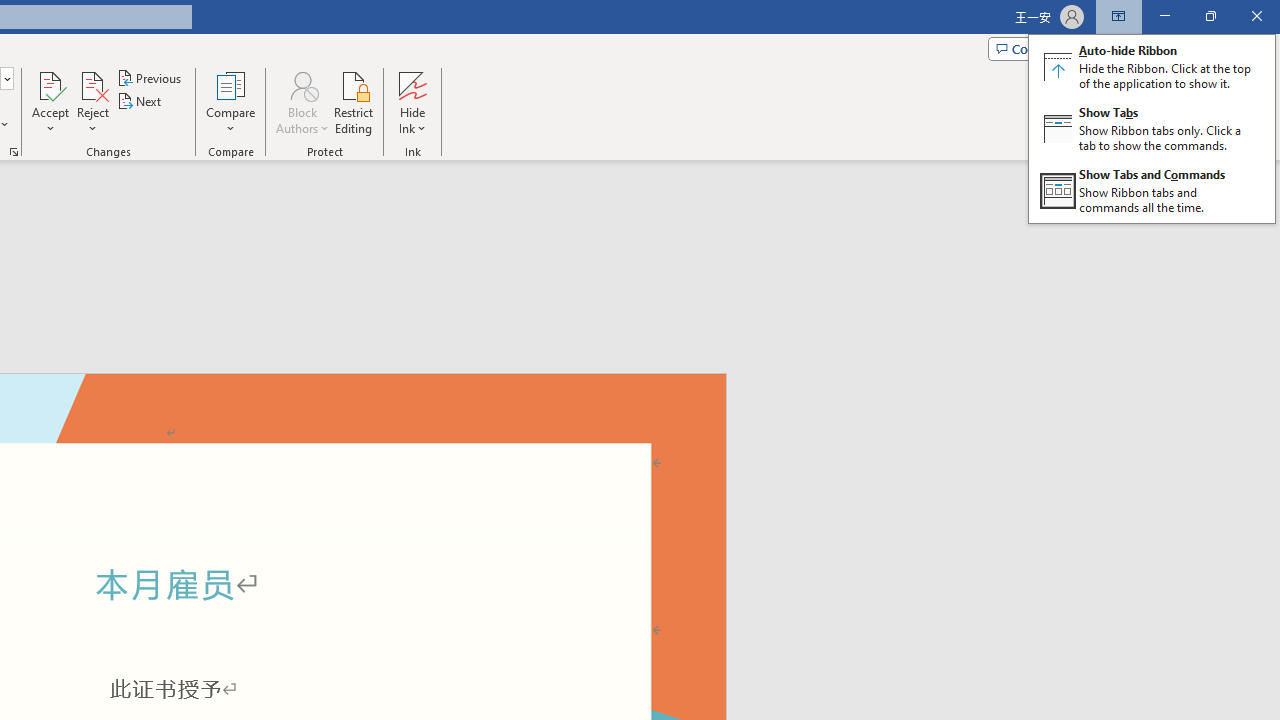 This screenshot has height=720, width=1280. I want to click on 'Change Tracking Options...', so click(14, 150).